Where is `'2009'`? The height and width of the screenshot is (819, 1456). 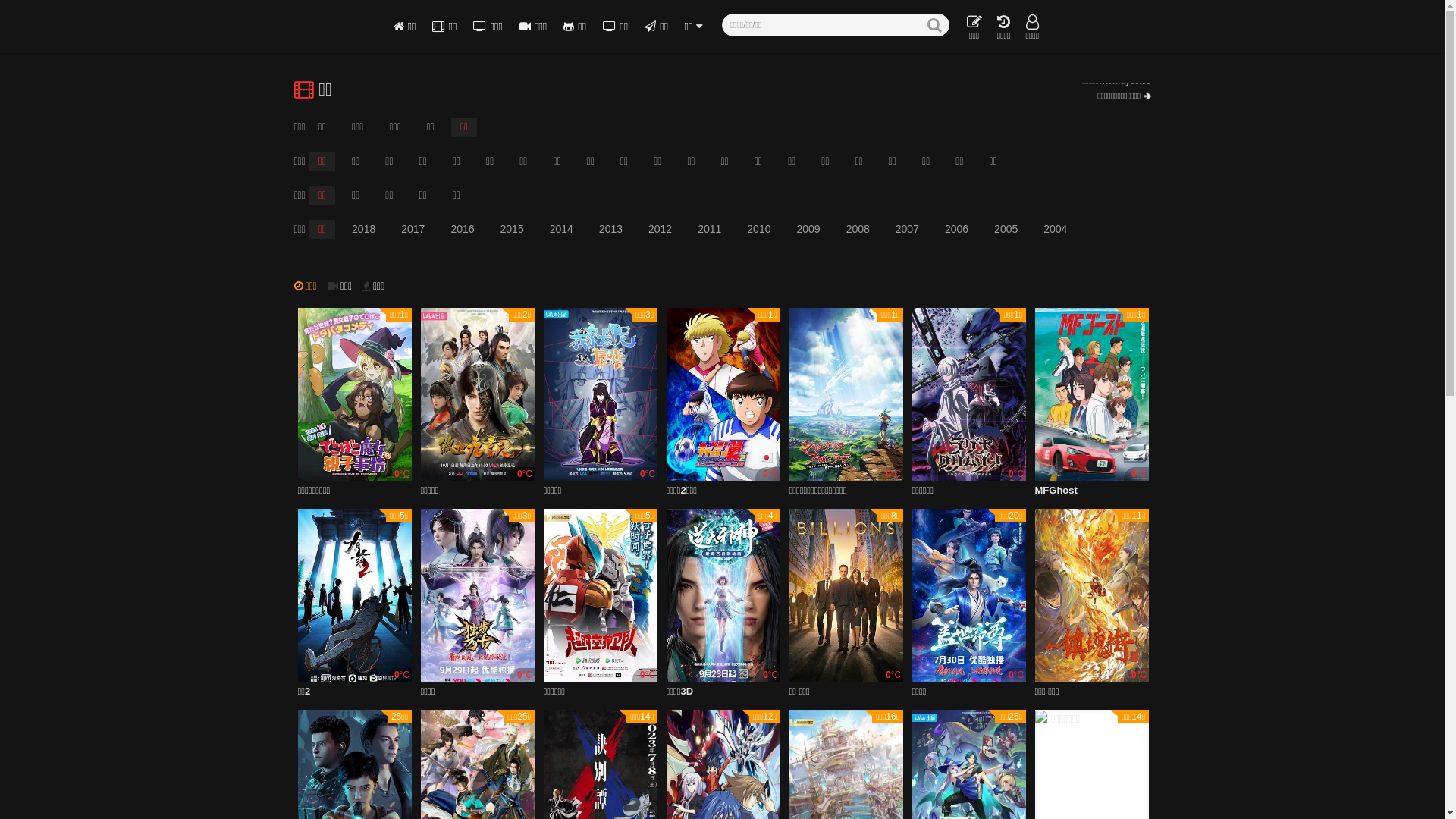 '2009' is located at coordinates (807, 229).